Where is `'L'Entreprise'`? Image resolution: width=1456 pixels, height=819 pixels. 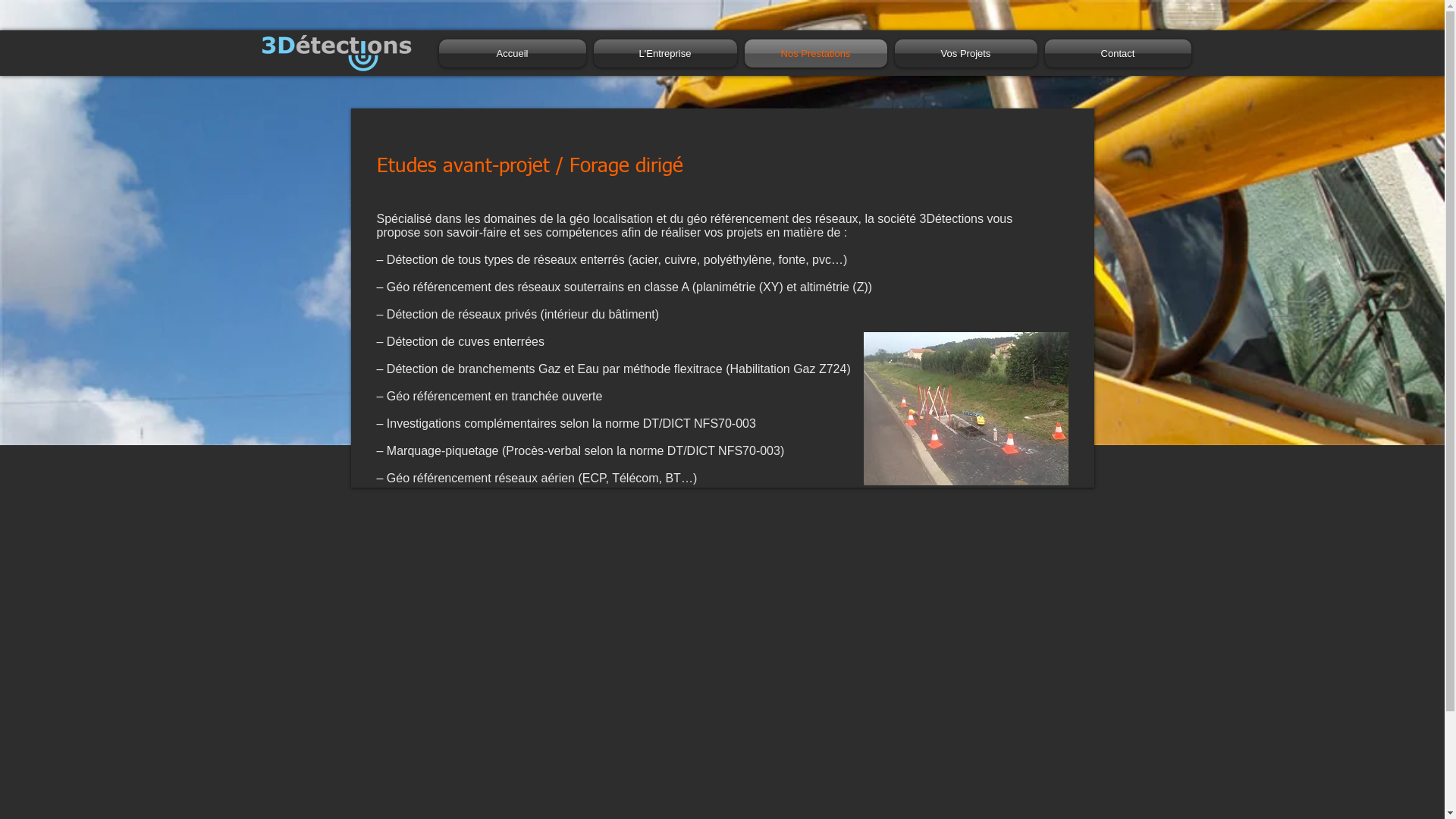 'L'Entreprise' is located at coordinates (588, 52).